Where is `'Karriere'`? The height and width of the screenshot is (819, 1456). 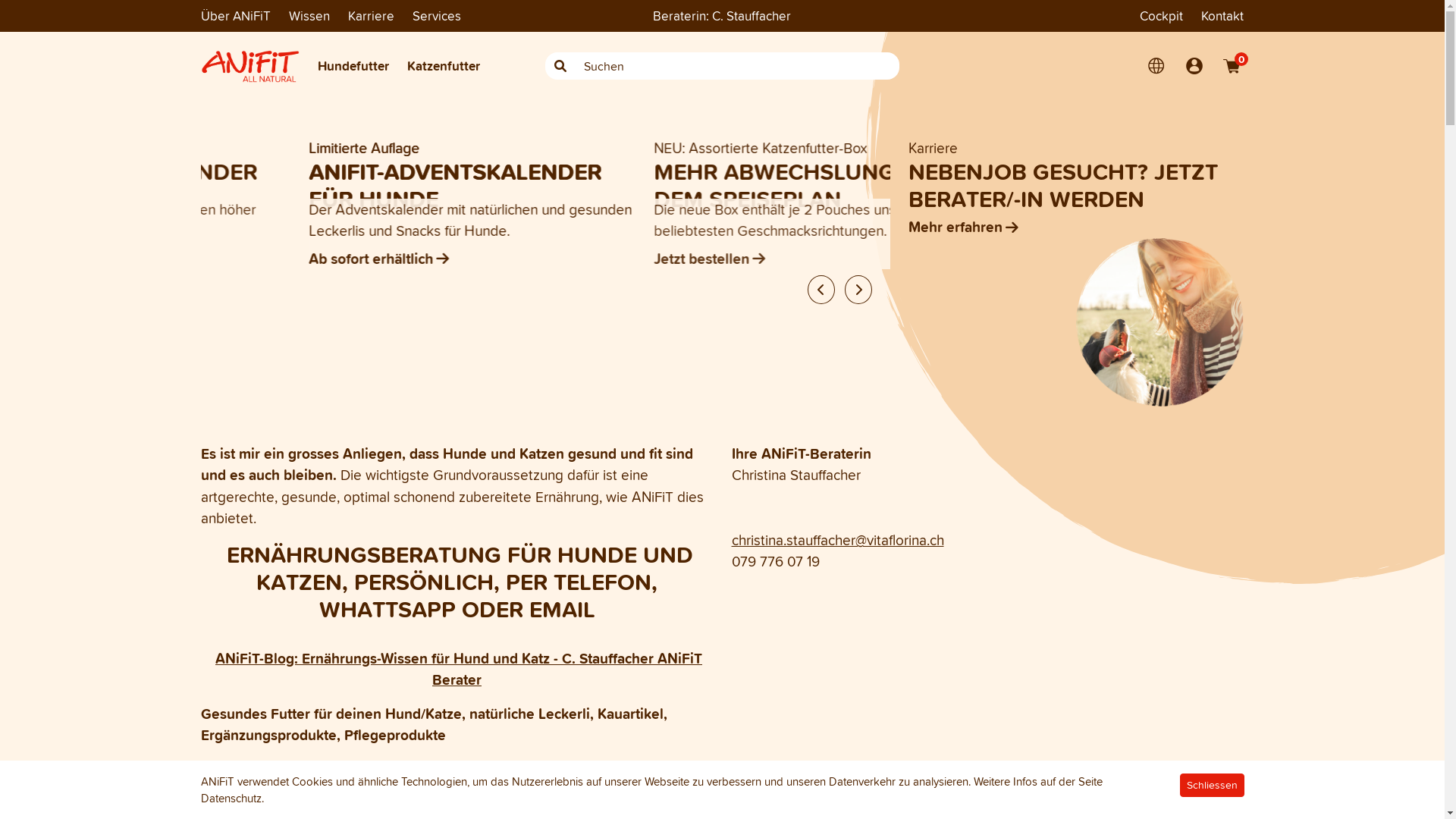
'Karriere' is located at coordinates (370, 15).